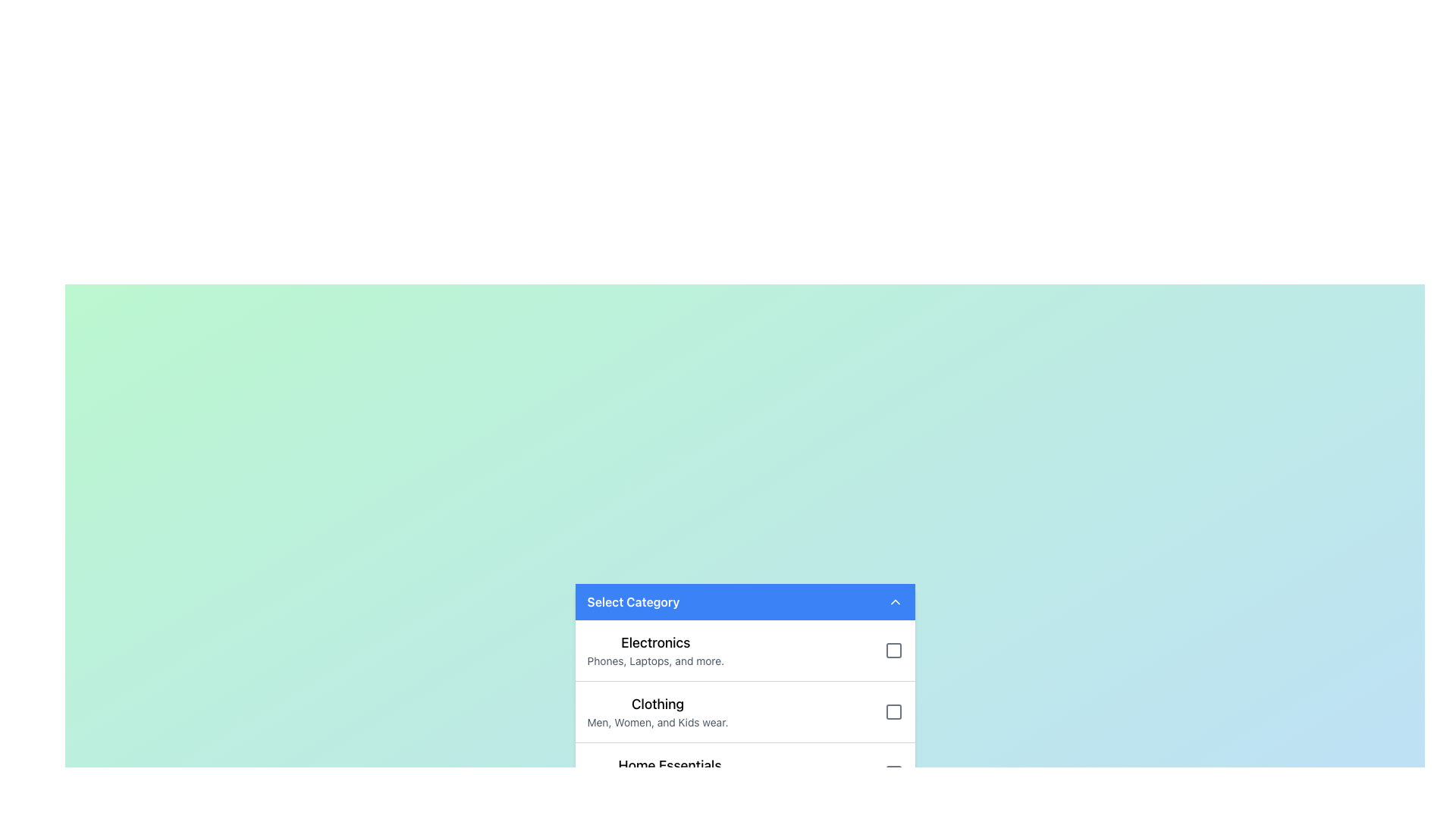 The image size is (1456, 819). I want to click on the Dropdown toggle bar labeled 'Select Category', so click(745, 601).